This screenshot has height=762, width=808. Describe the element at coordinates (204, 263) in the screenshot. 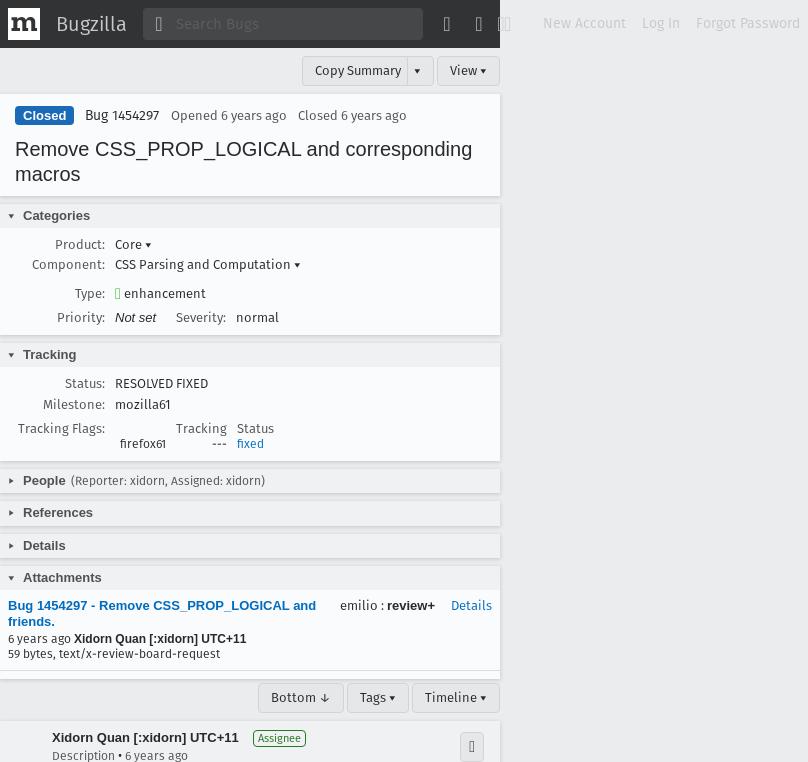

I see `'CSS Parsing and Computation'` at that location.